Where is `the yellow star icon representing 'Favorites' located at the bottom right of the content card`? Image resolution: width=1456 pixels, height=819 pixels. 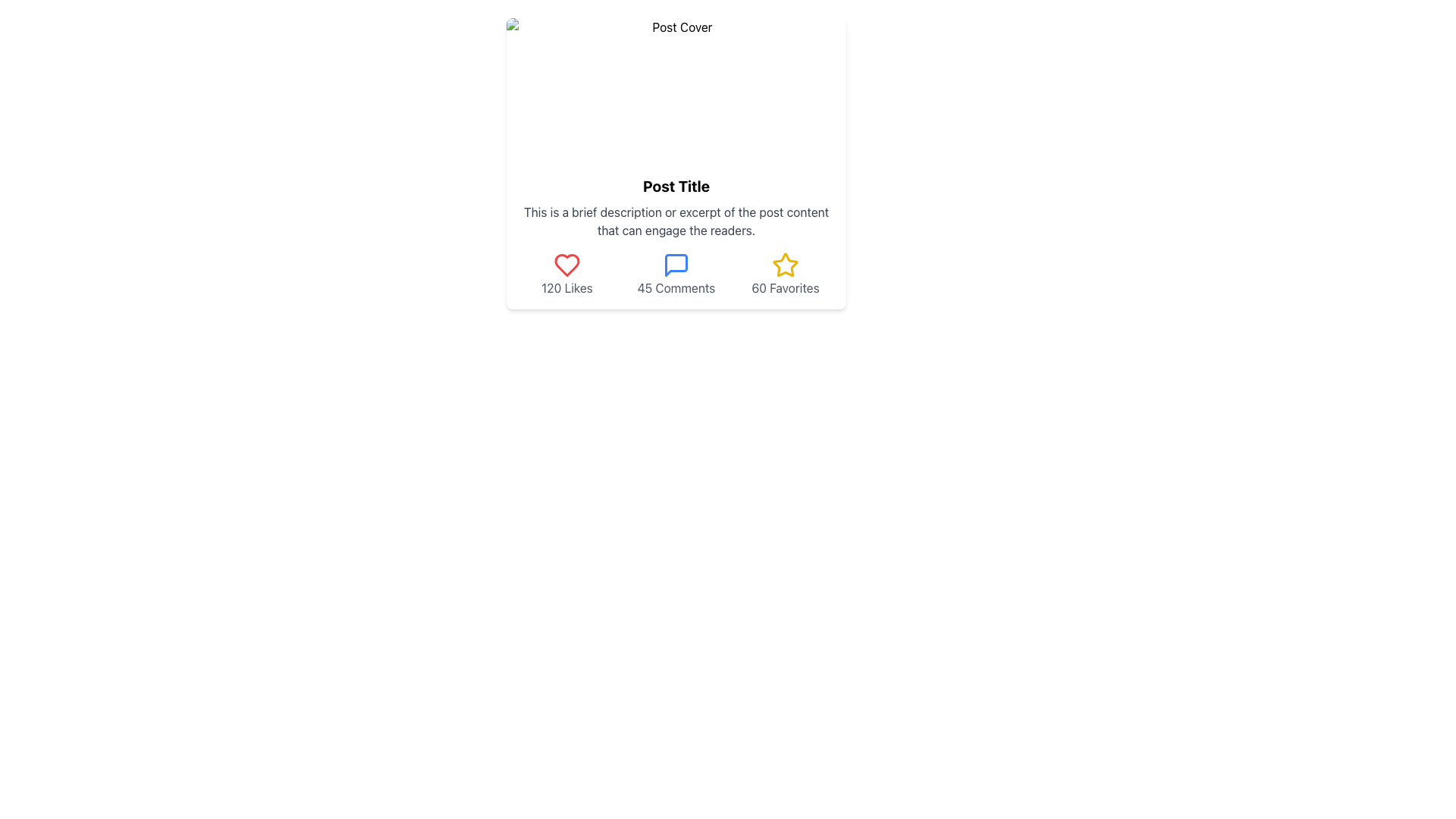 the yellow star icon representing 'Favorites' located at the bottom right of the content card is located at coordinates (786, 264).